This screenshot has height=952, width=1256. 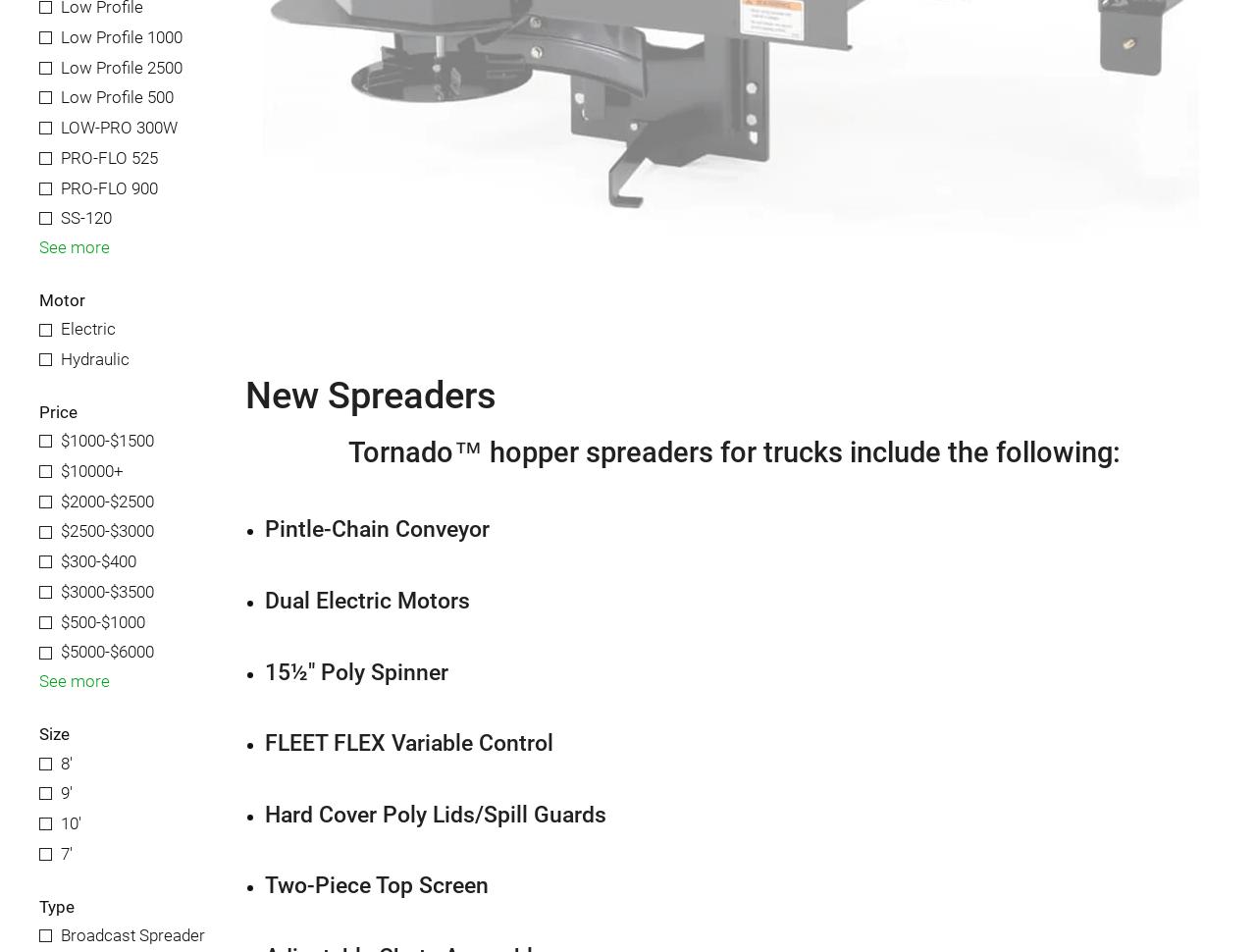 What do you see at coordinates (131, 932) in the screenshot?
I see `'Broadcast Spreader'` at bounding box center [131, 932].